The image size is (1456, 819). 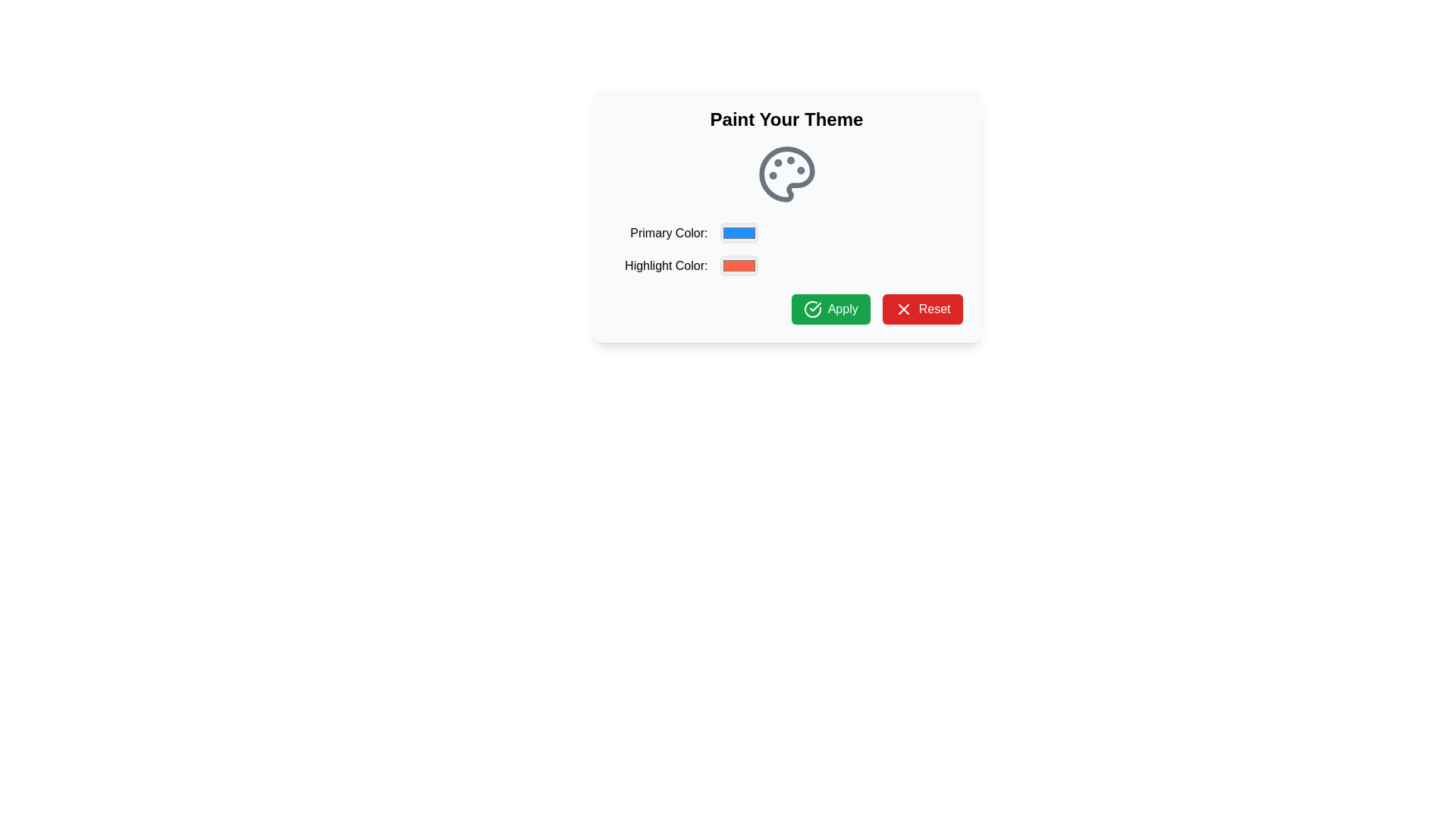 I want to click on the Color picker element used, so click(x=786, y=265).